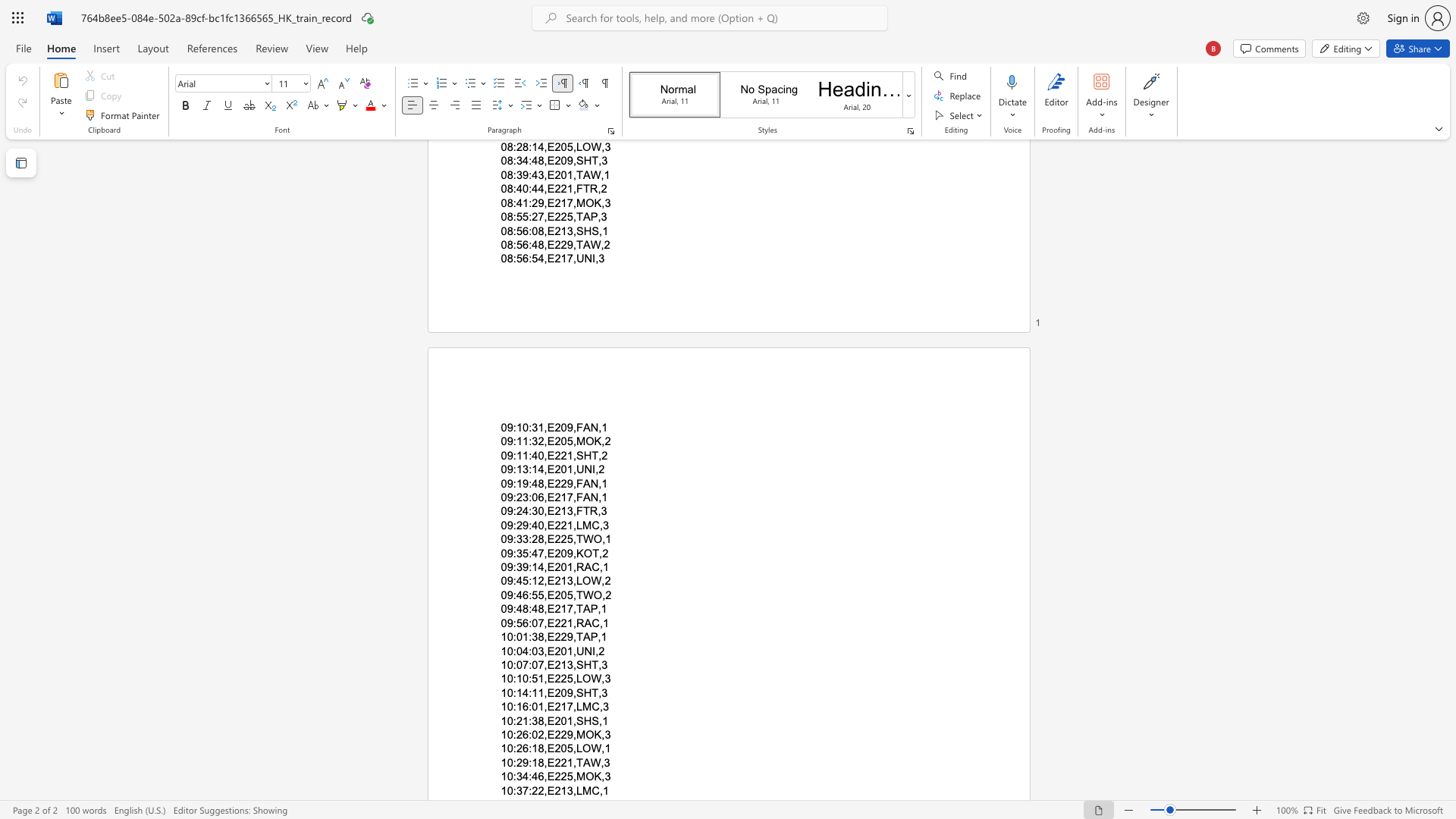 Image resolution: width=1456 pixels, height=819 pixels. I want to click on the space between the continuous character "E" and "2" in the text, so click(553, 664).